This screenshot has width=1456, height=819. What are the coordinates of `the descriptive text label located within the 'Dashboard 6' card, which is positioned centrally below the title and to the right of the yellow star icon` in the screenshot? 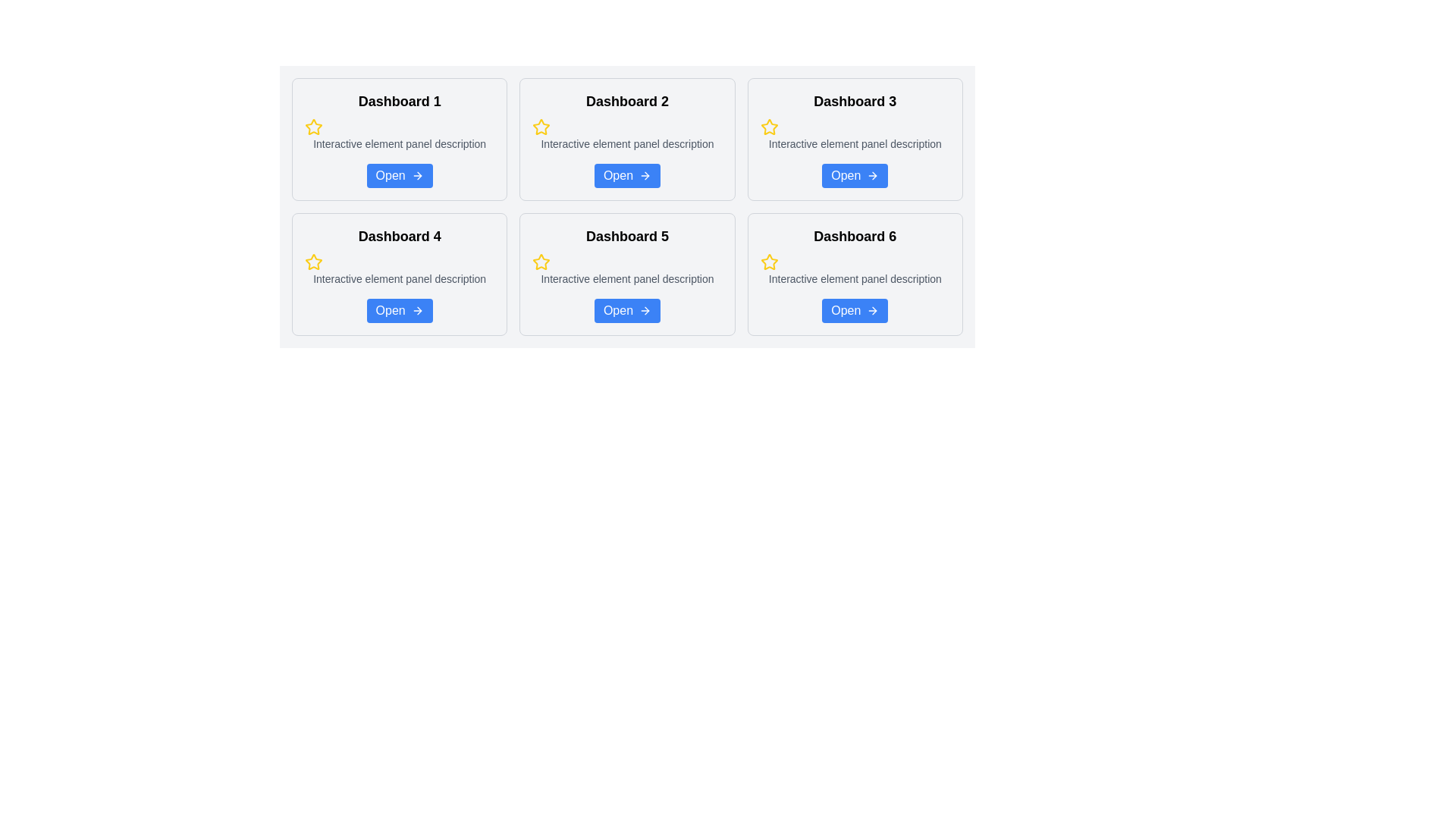 It's located at (855, 278).